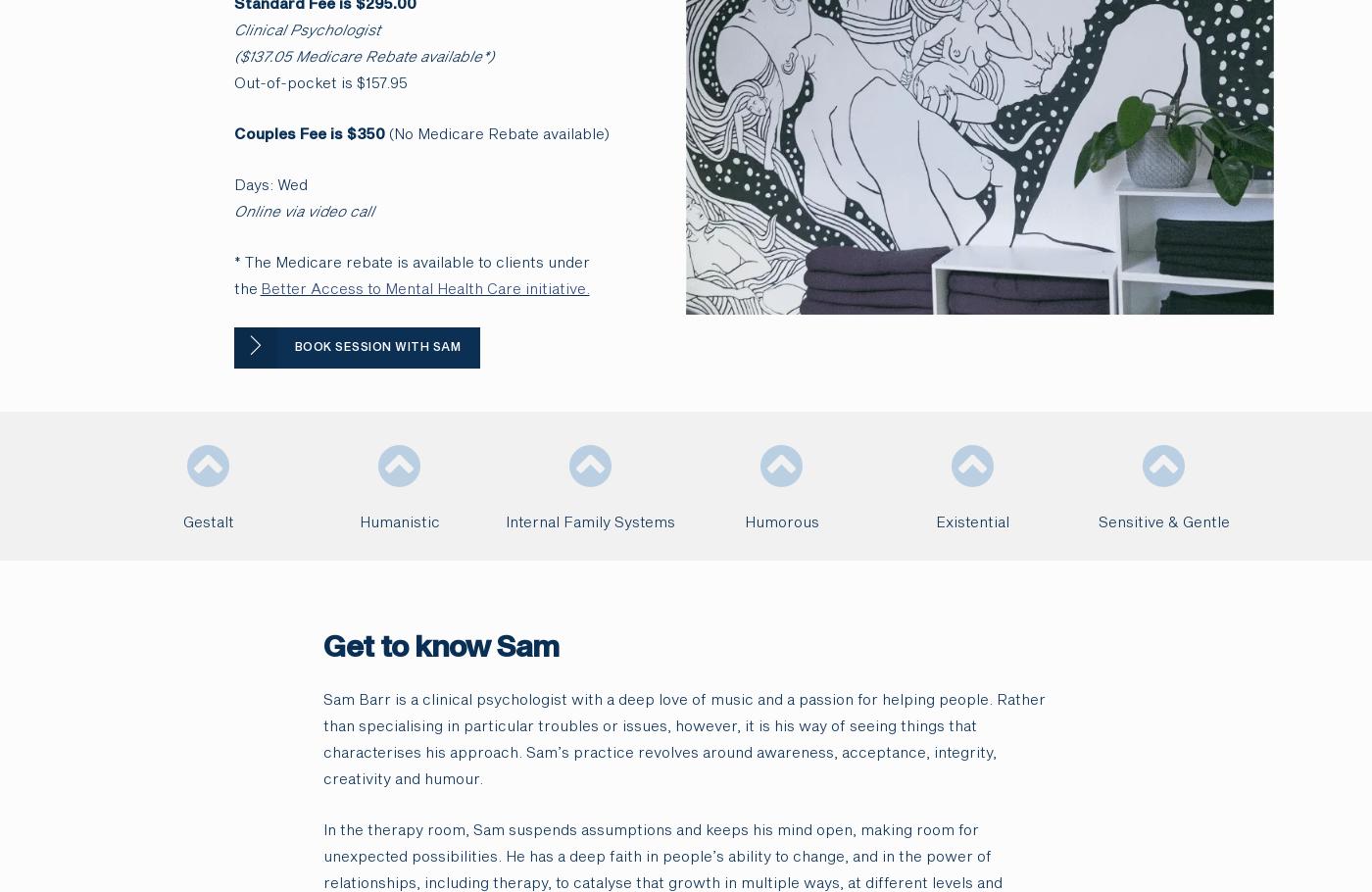  What do you see at coordinates (294, 346) in the screenshot?
I see `'Book session with Sam'` at bounding box center [294, 346].